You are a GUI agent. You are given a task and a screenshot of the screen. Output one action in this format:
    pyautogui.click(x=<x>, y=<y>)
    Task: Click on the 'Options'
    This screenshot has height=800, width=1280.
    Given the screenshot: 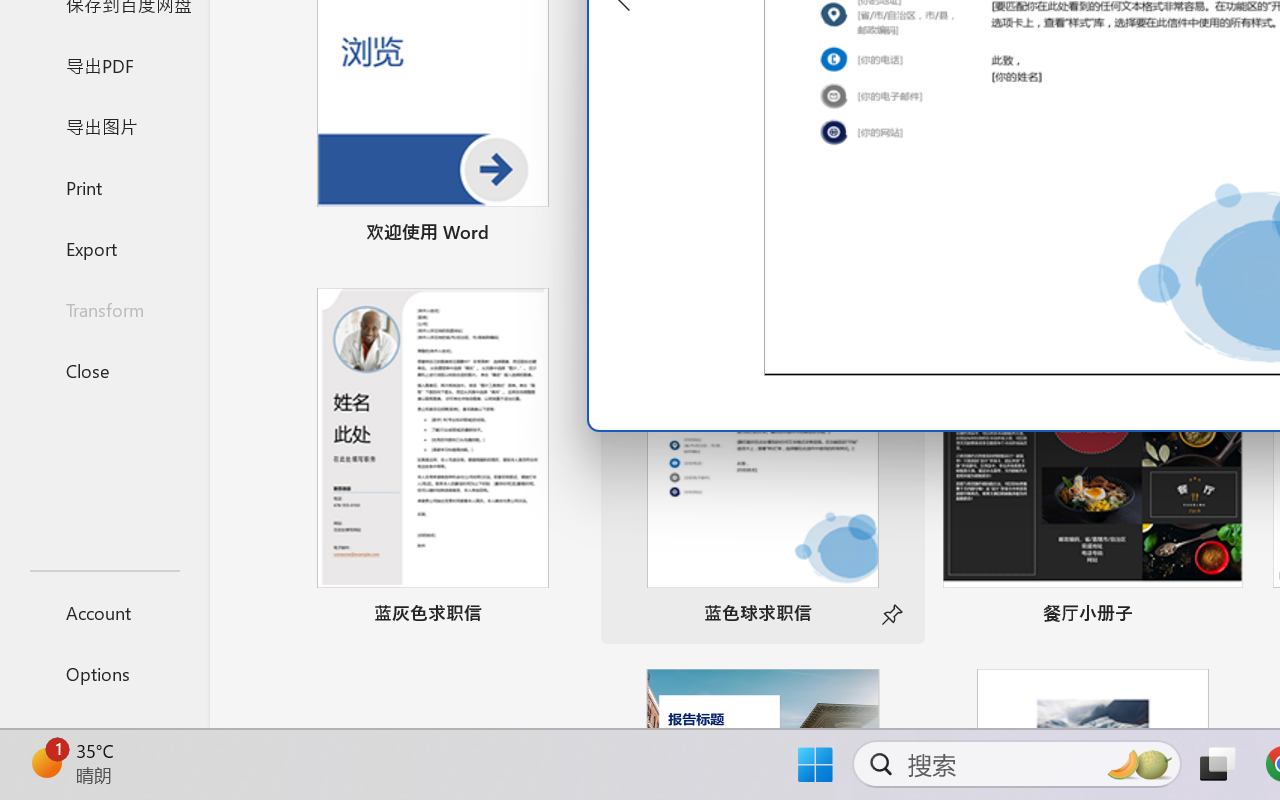 What is the action you would take?
    pyautogui.click(x=103, y=673)
    